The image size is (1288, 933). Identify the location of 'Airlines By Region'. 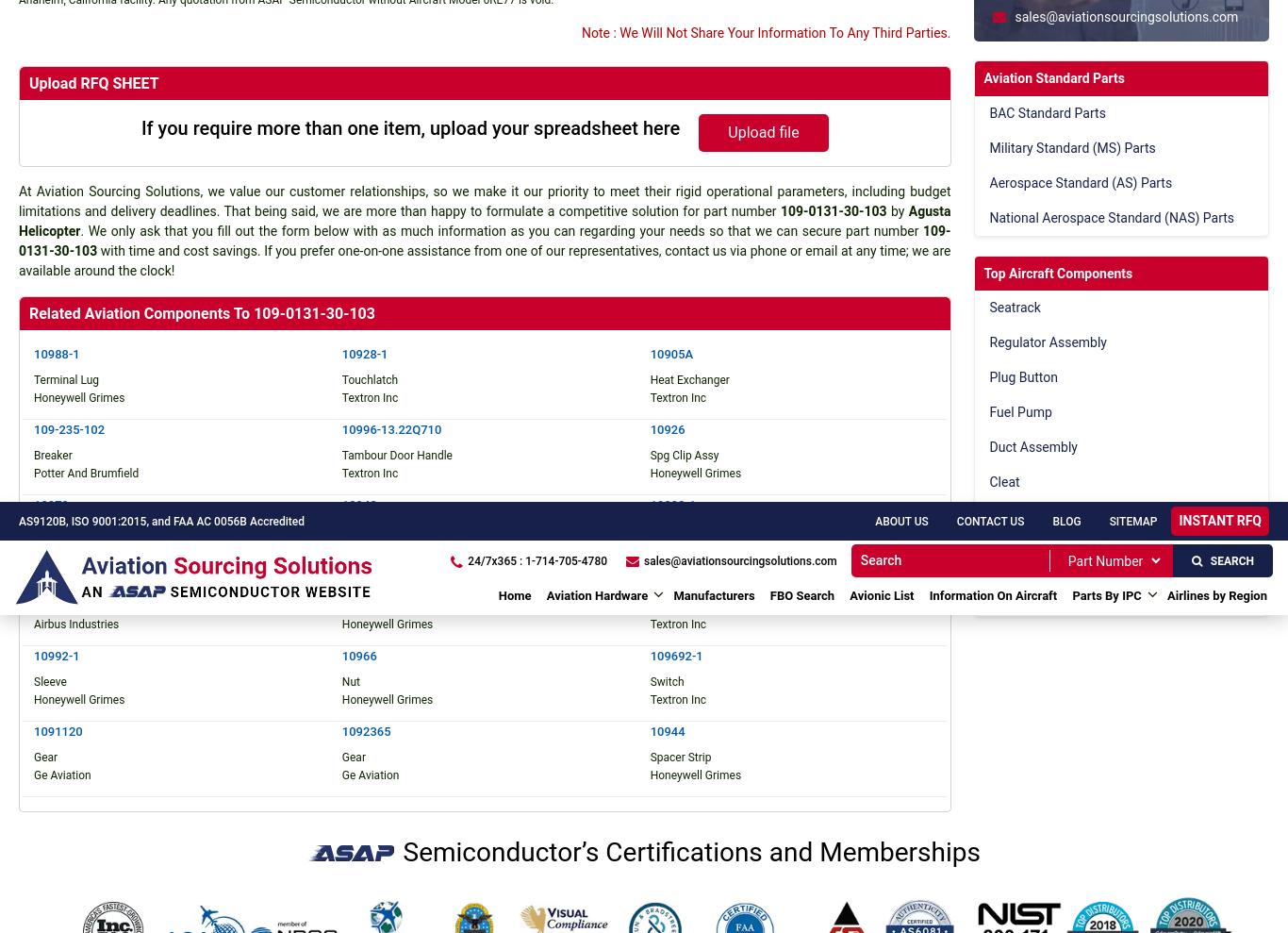
(615, 32).